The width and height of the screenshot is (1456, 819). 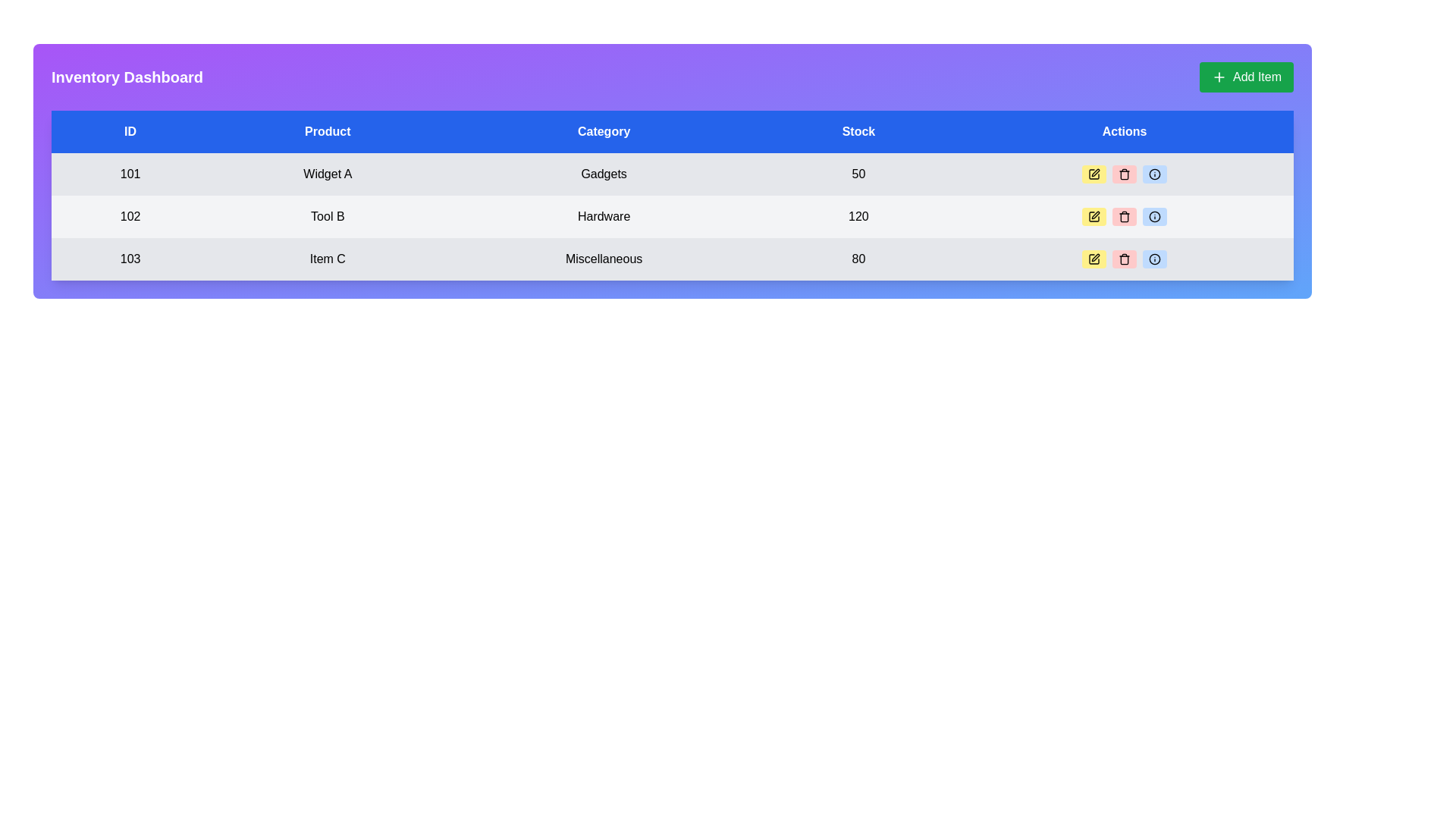 What do you see at coordinates (672, 216) in the screenshot?
I see `the individual cell in the second row of the inventory table for editing` at bounding box center [672, 216].